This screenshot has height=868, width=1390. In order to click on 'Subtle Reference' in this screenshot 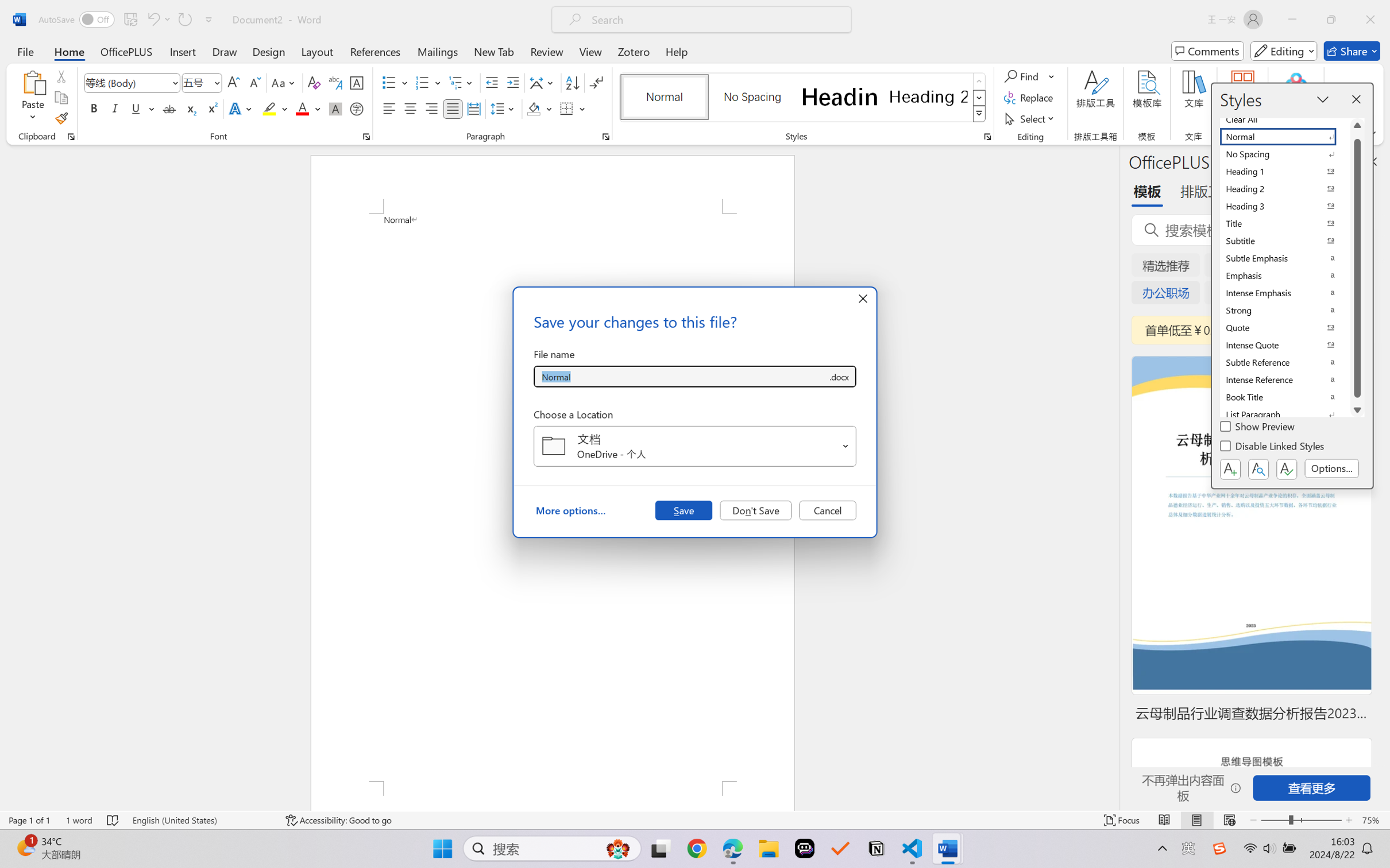, I will do `click(1285, 362)`.